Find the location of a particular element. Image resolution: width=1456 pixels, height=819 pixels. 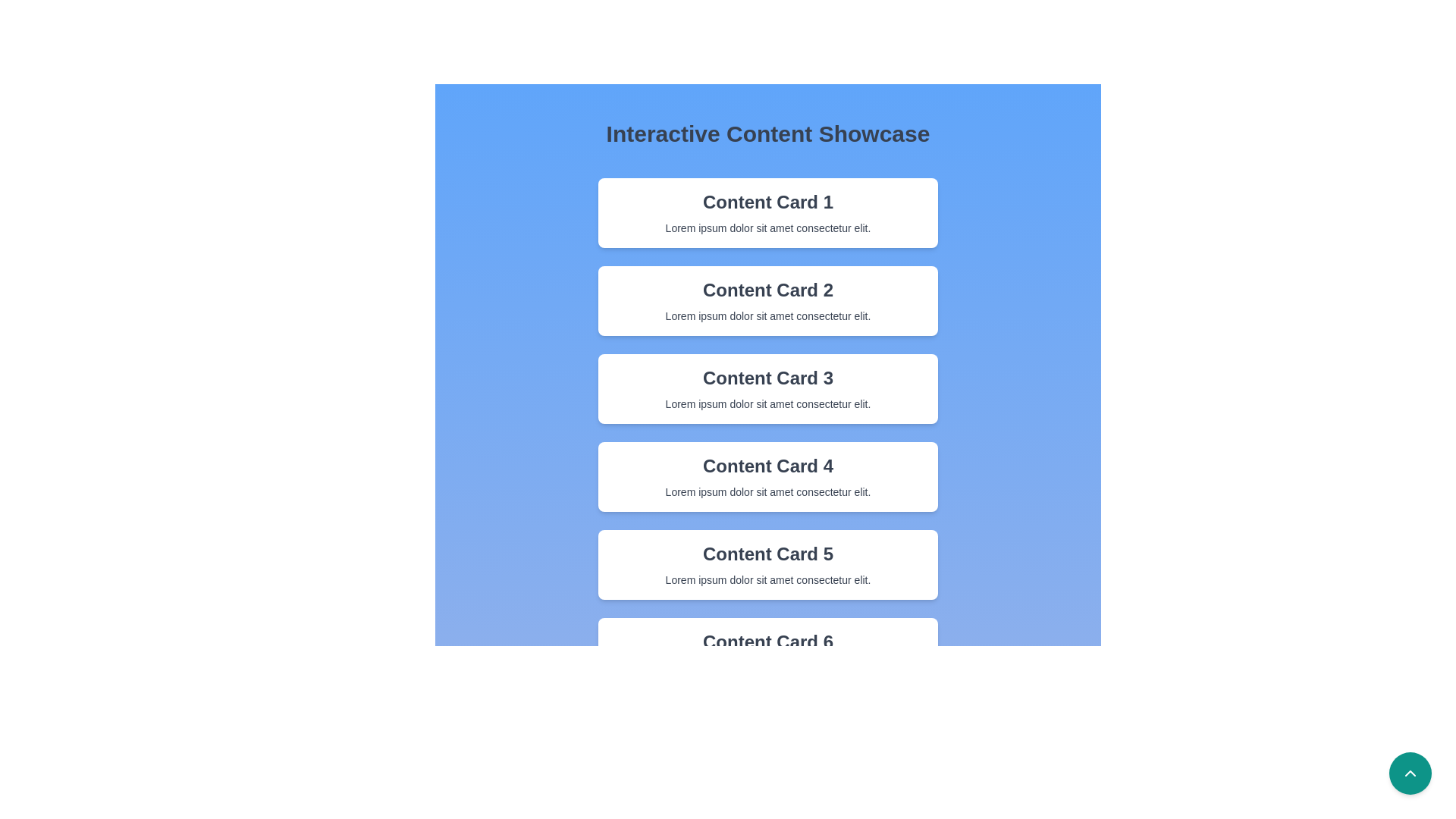

text label that serves as the title for the second card in the collection of displayed cards, positioned centrally below the first card and above the third card is located at coordinates (767, 290).